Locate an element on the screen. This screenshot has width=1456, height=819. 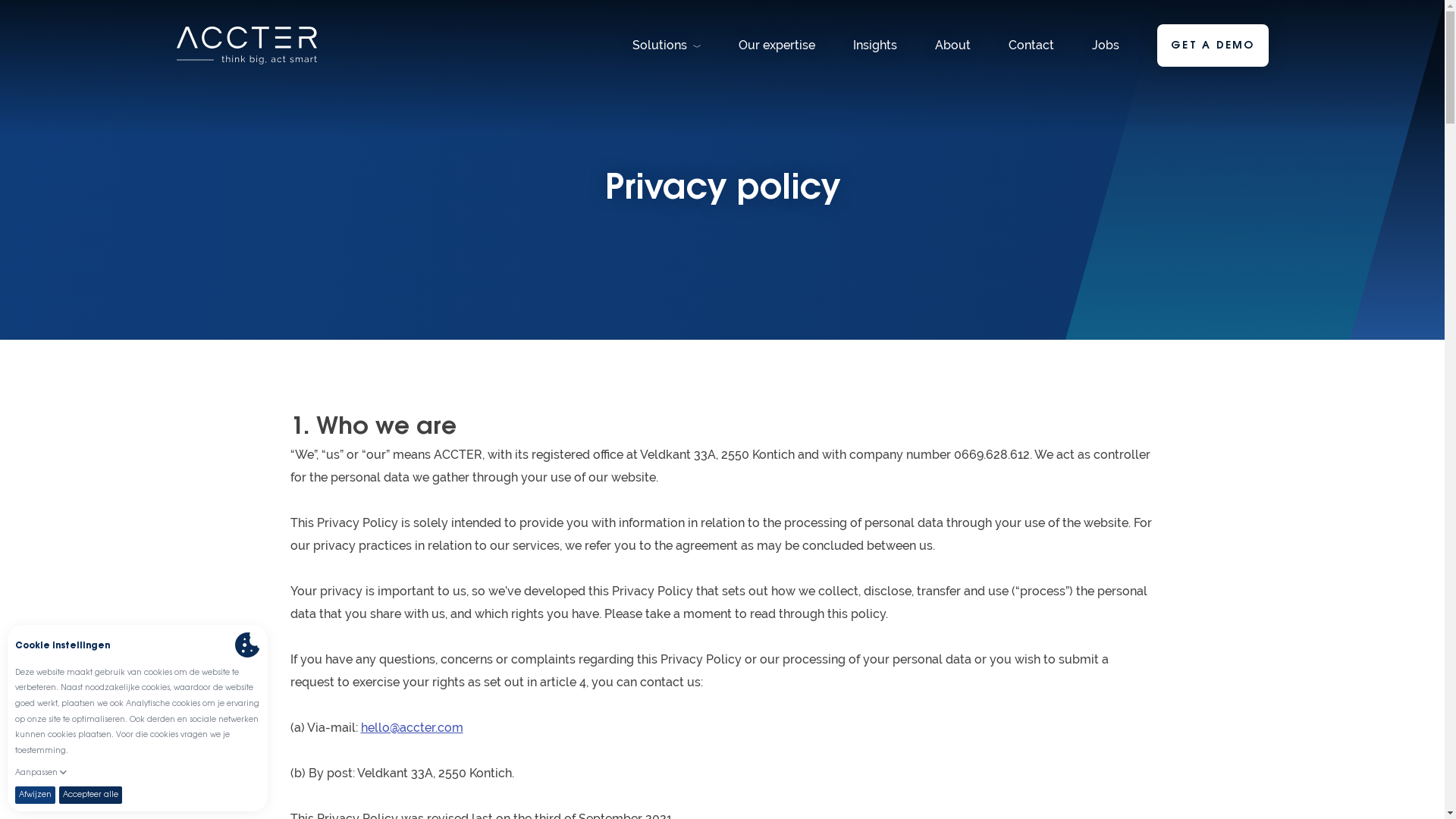
'Jobs' is located at coordinates (1106, 45).